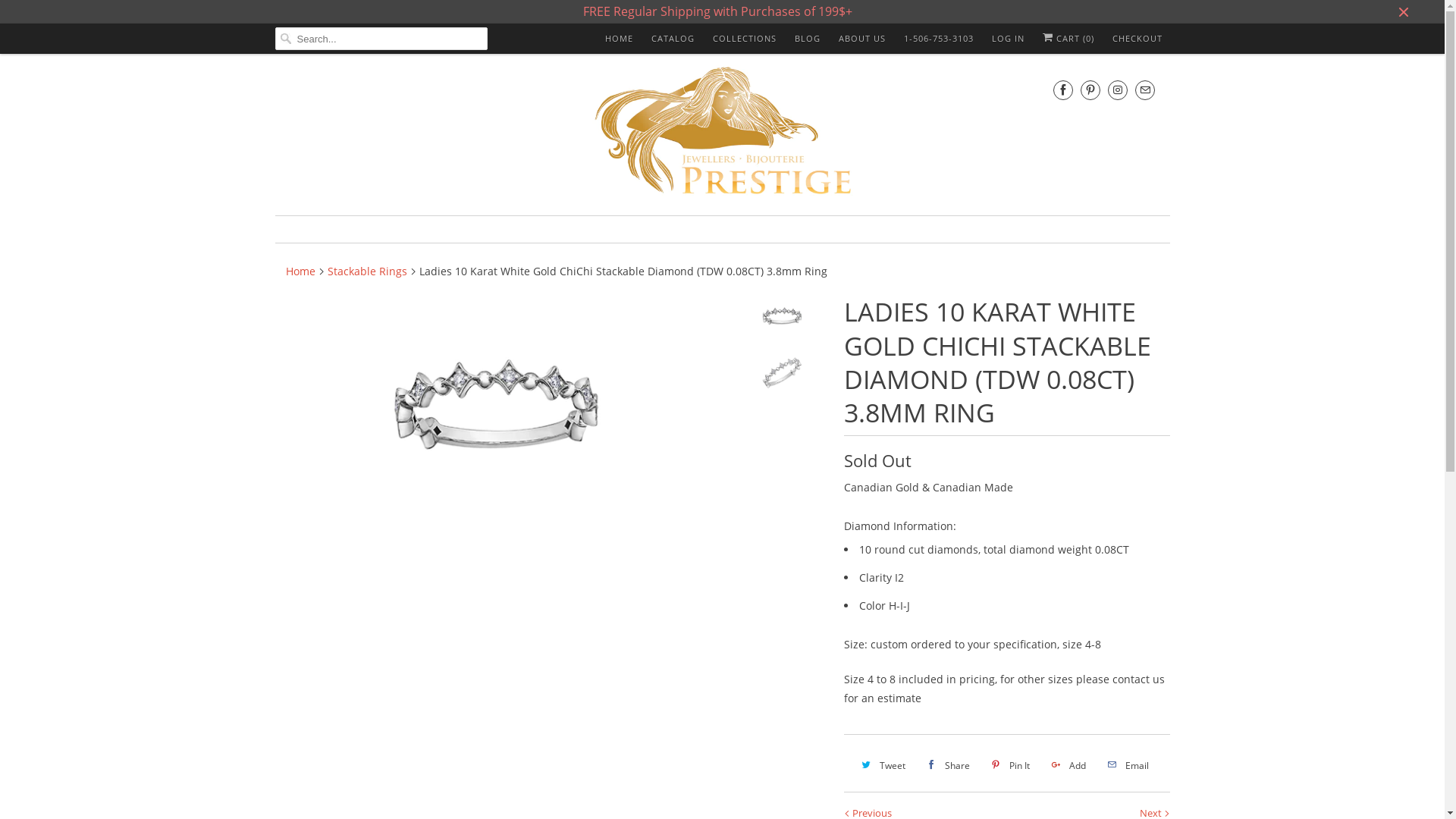 The width and height of the screenshot is (1456, 819). Describe the element at coordinates (938, 37) in the screenshot. I see `'1-506-753-3103'` at that location.